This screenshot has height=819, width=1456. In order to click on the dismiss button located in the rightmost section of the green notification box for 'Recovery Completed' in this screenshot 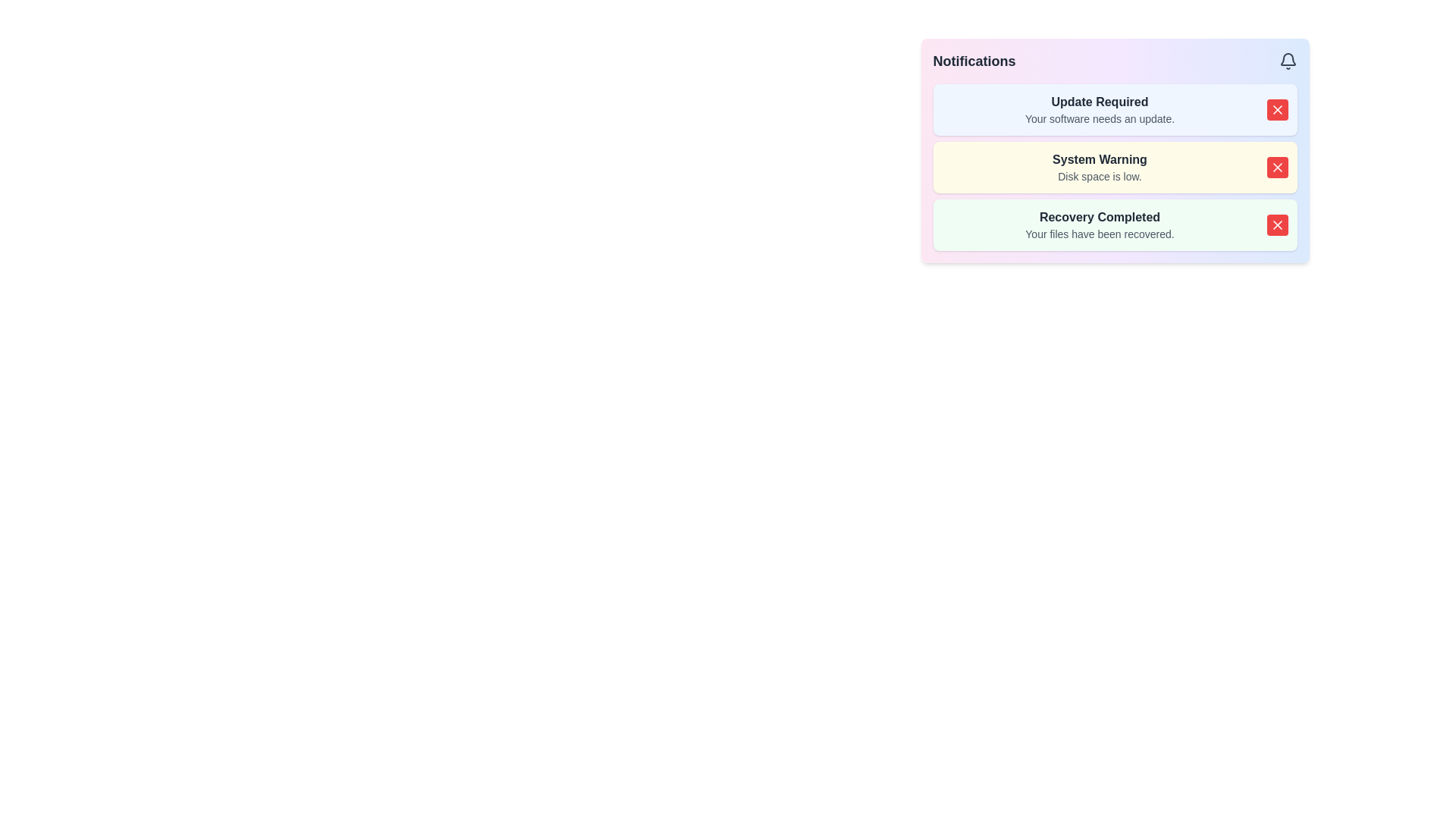, I will do `click(1276, 225)`.